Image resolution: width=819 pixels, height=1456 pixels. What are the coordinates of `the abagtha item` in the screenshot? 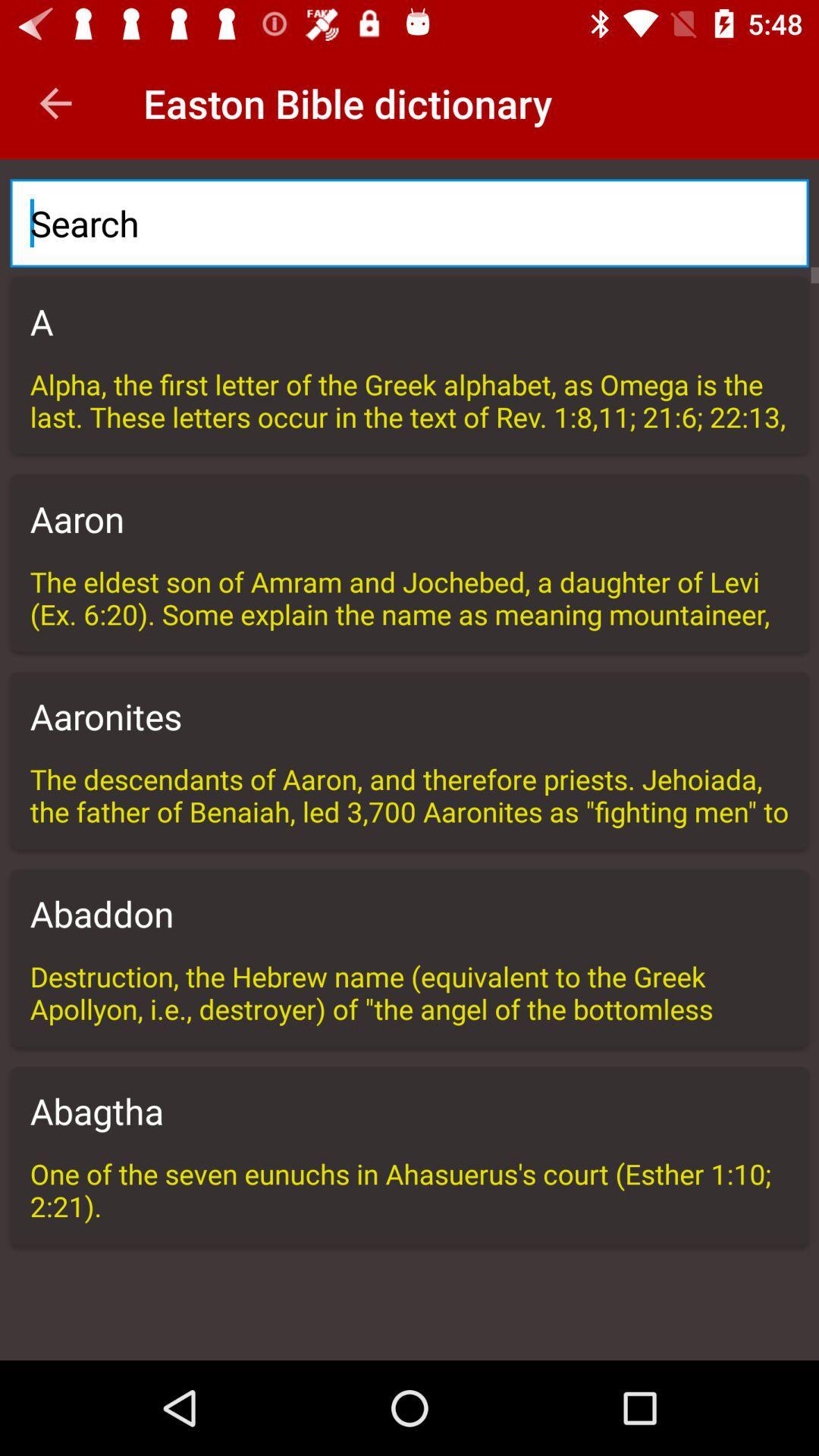 It's located at (409, 1111).